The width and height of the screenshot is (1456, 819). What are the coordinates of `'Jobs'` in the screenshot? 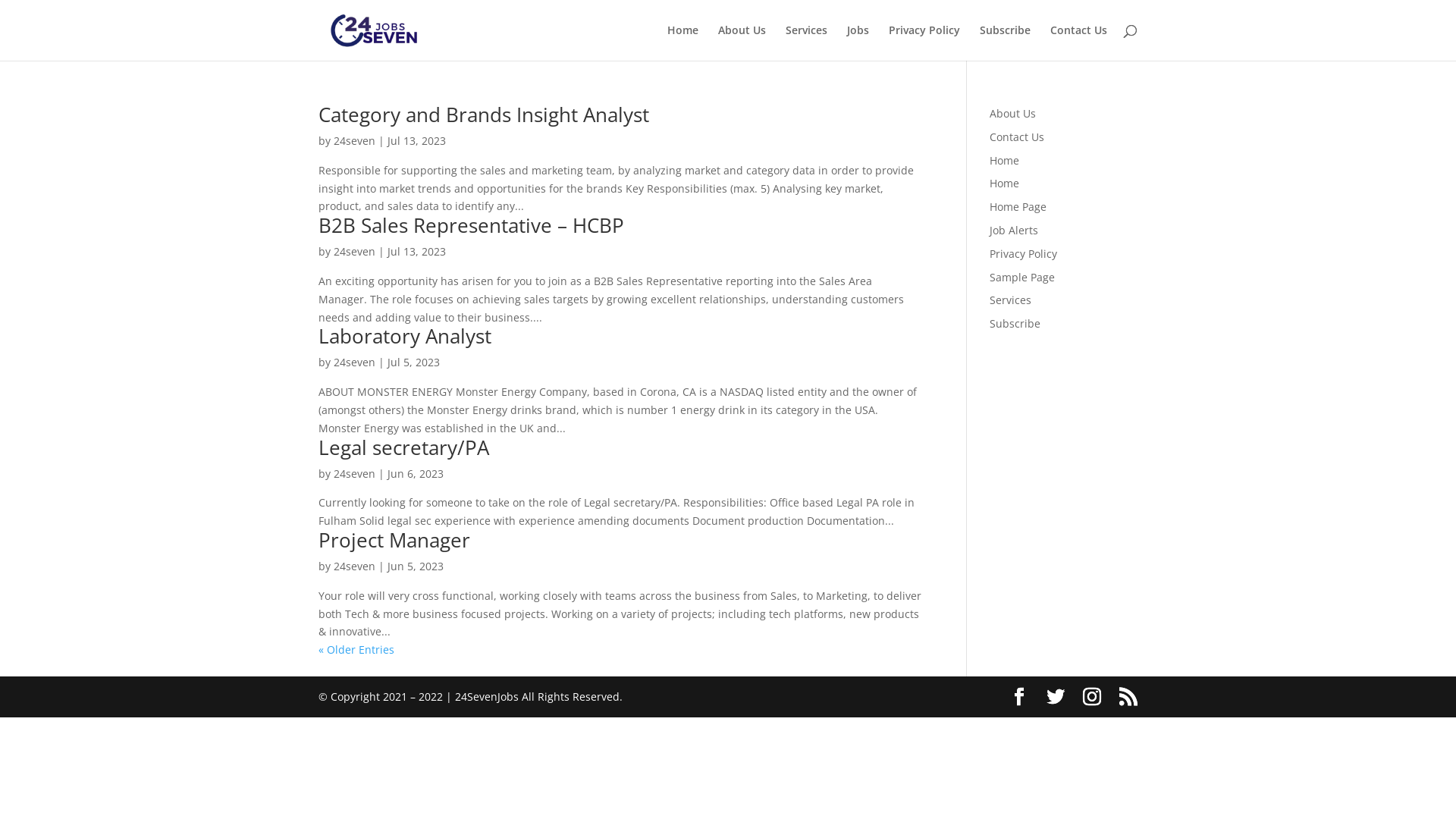 It's located at (858, 42).